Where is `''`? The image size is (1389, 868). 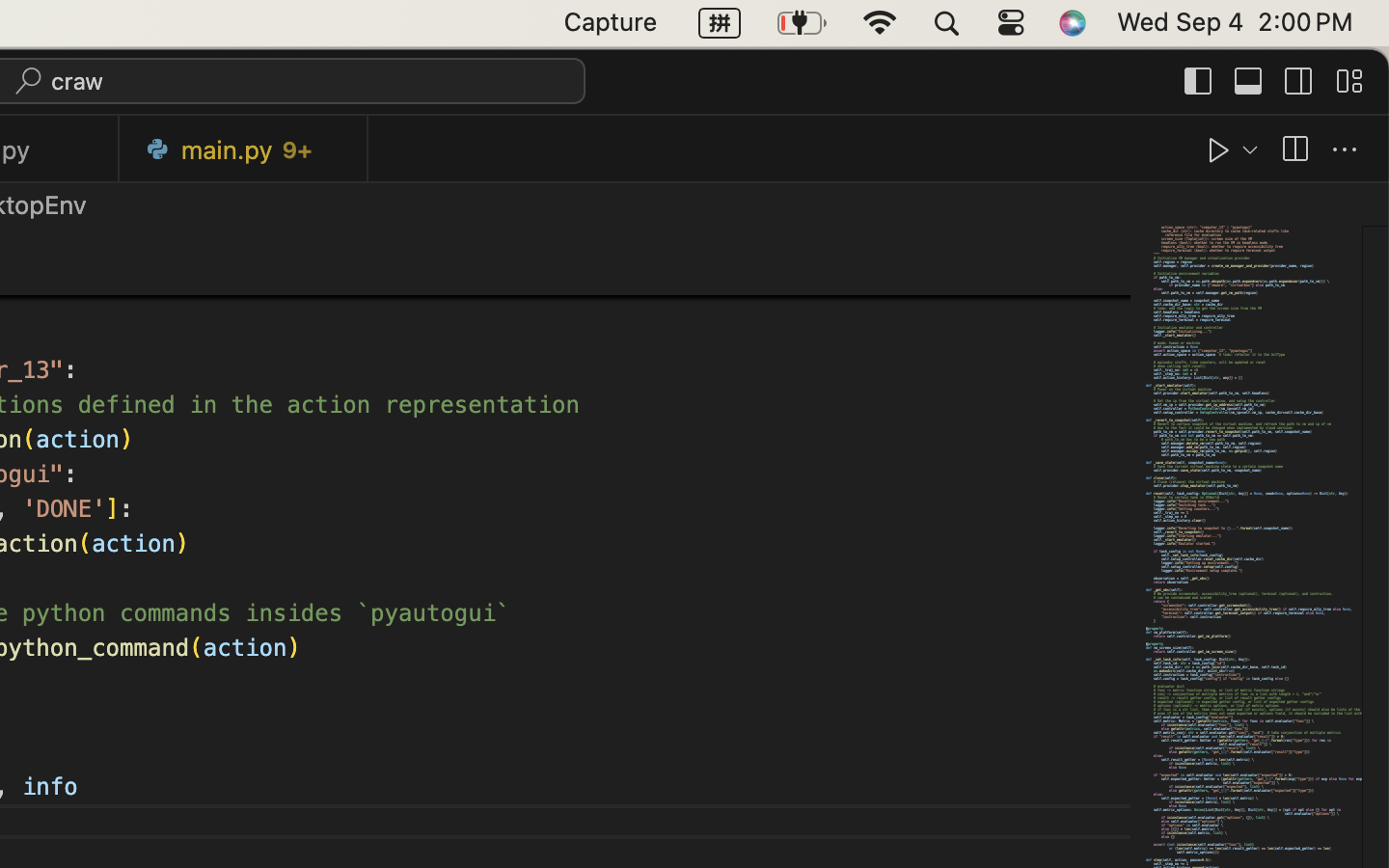 '' is located at coordinates (1198, 79).